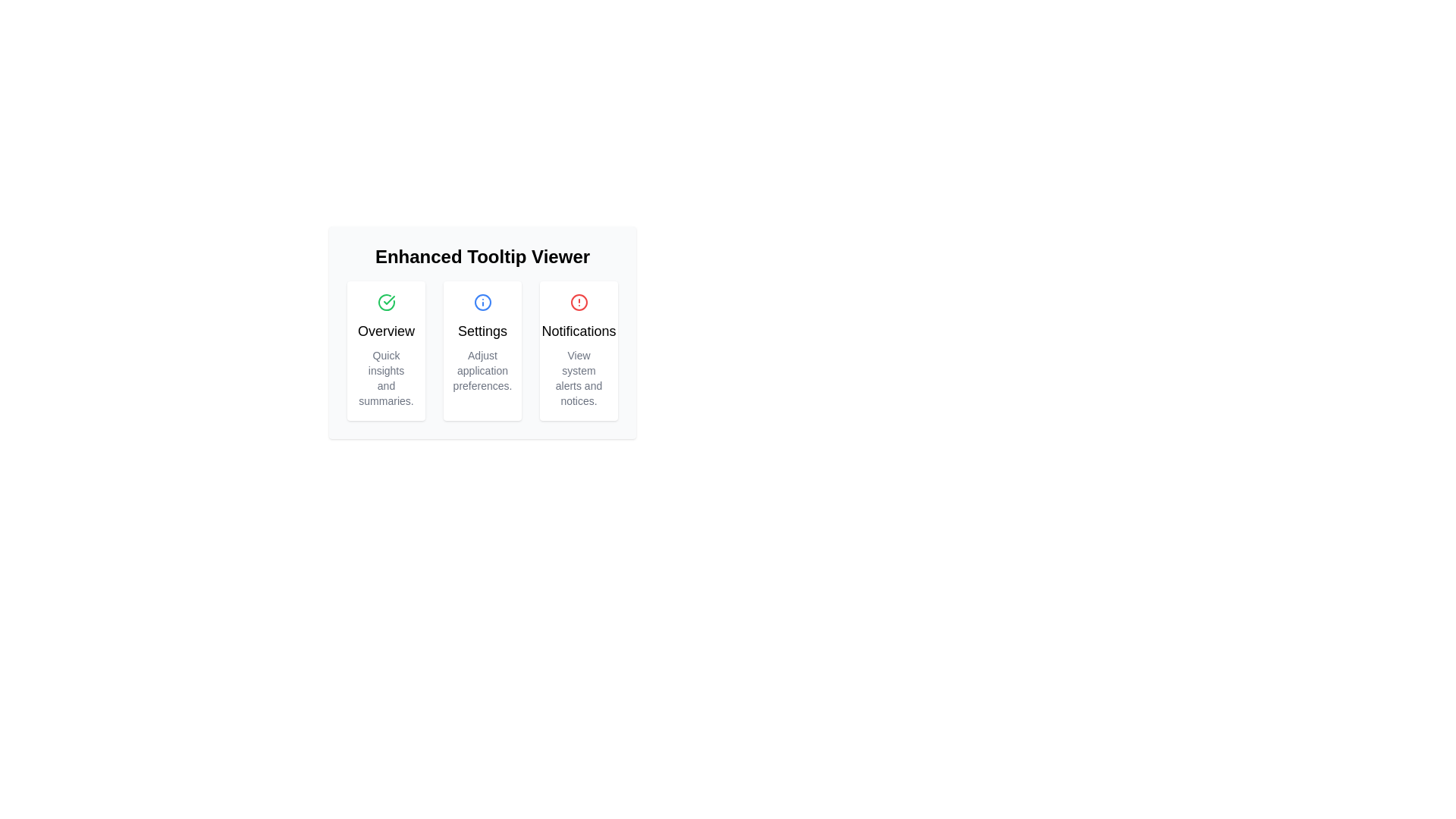  What do you see at coordinates (578, 302) in the screenshot?
I see `the alert or warning icon located above the 'Notifications' title within the 'Notifications' card` at bounding box center [578, 302].